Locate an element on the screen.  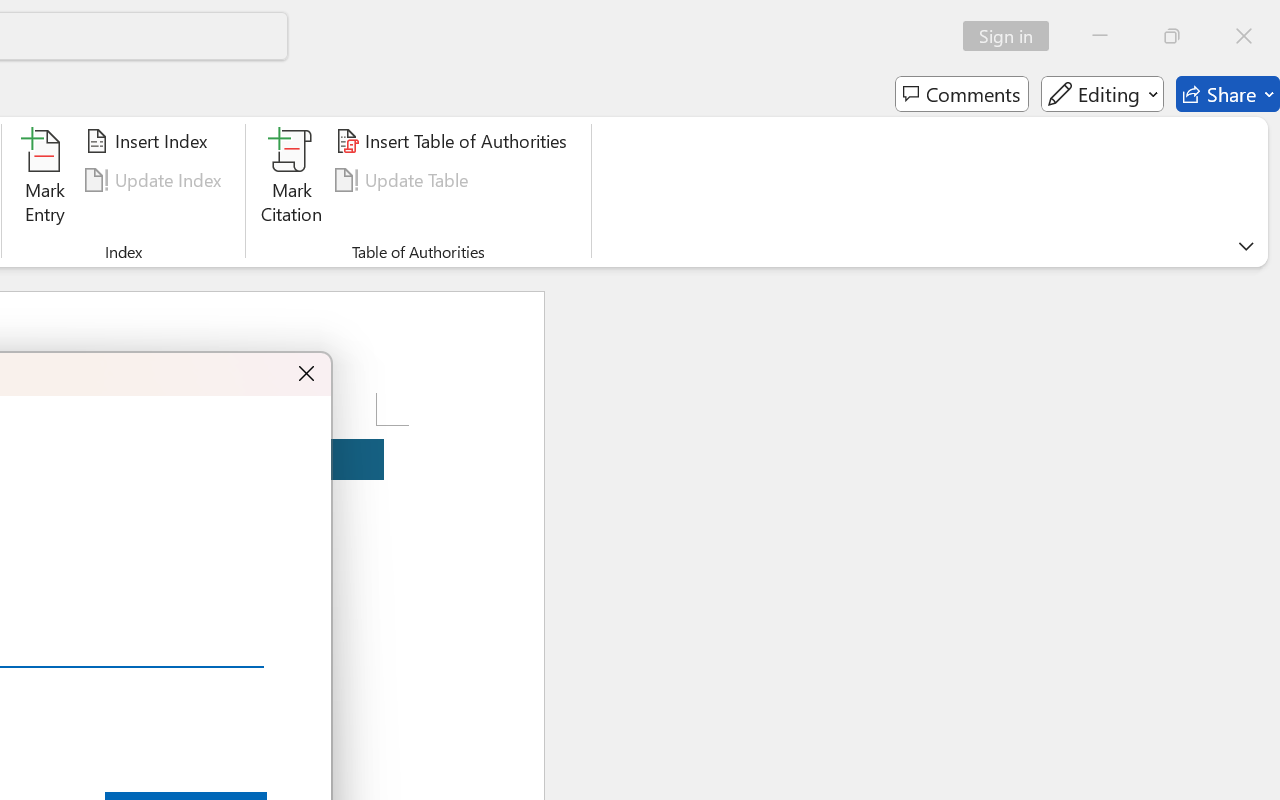
'Editing' is located at coordinates (1101, 94).